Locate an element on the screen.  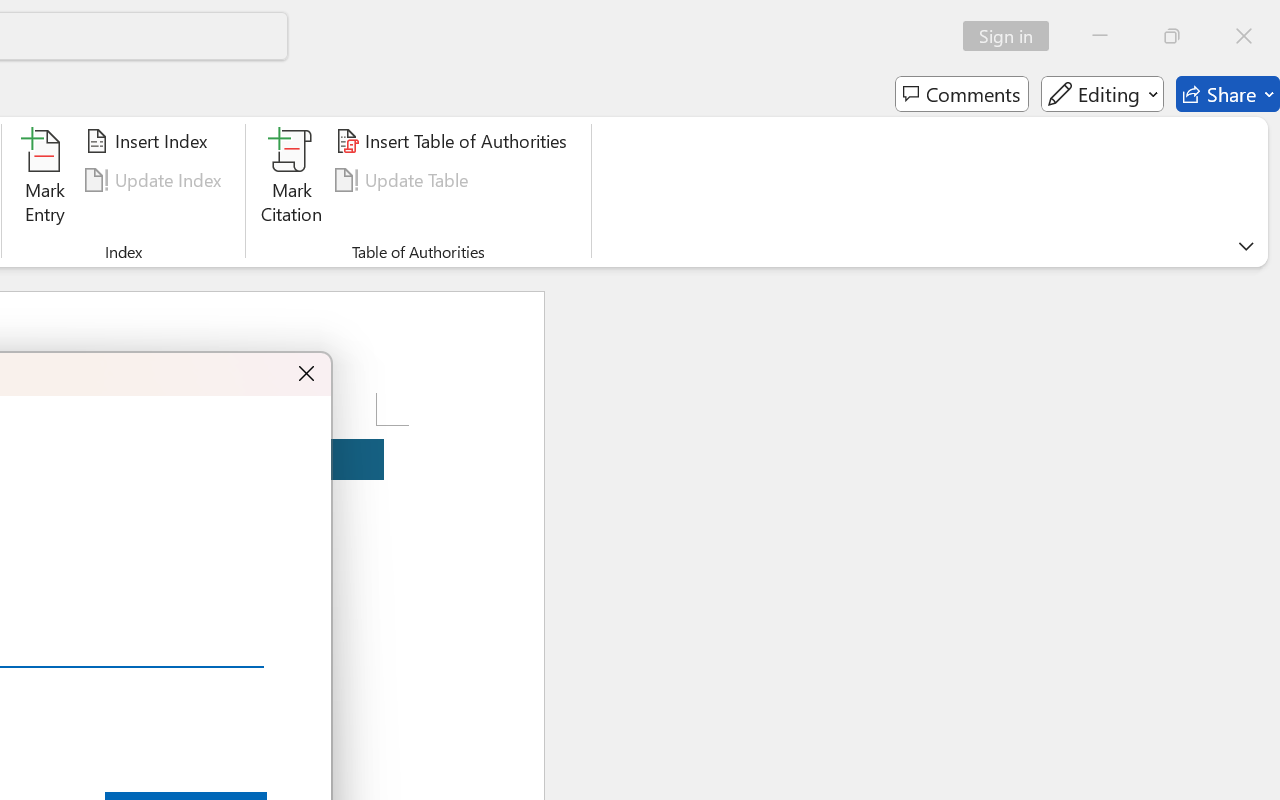
'Editing' is located at coordinates (1101, 94).